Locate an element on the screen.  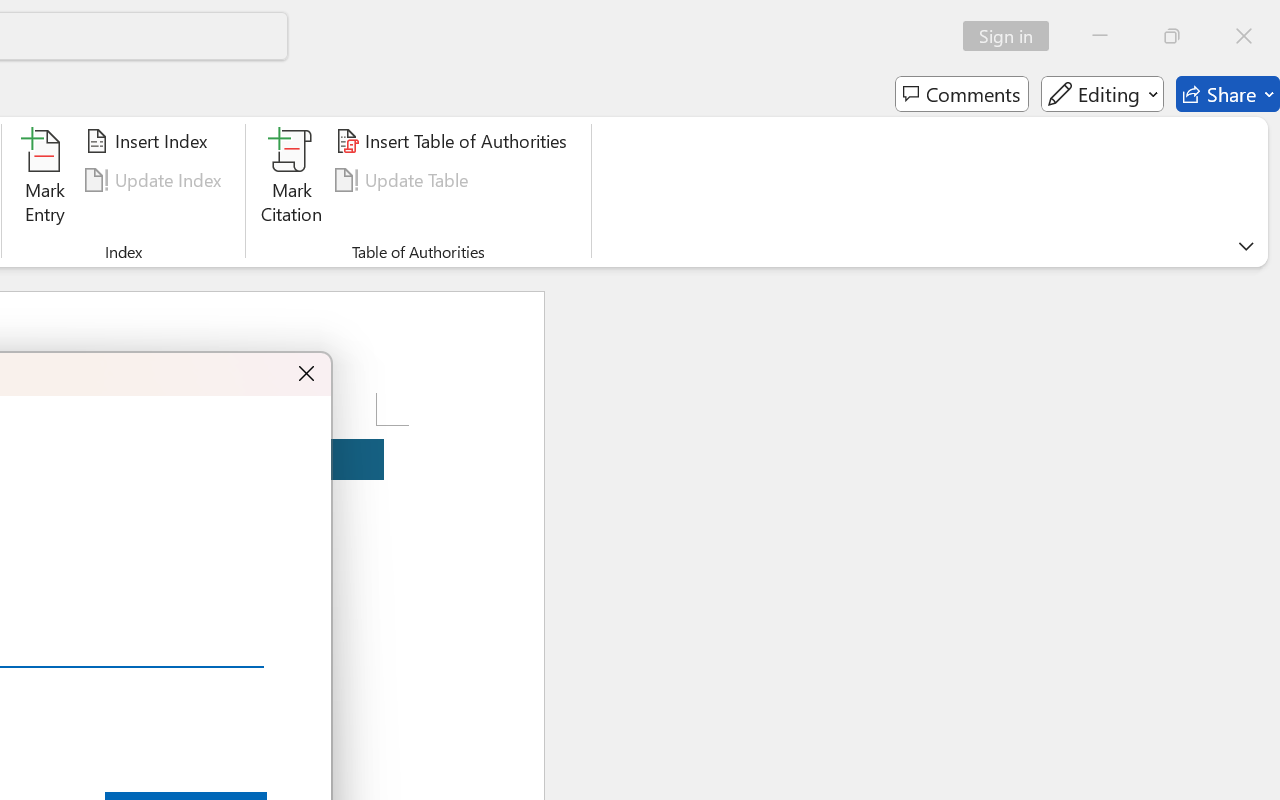
'Editing' is located at coordinates (1101, 94).